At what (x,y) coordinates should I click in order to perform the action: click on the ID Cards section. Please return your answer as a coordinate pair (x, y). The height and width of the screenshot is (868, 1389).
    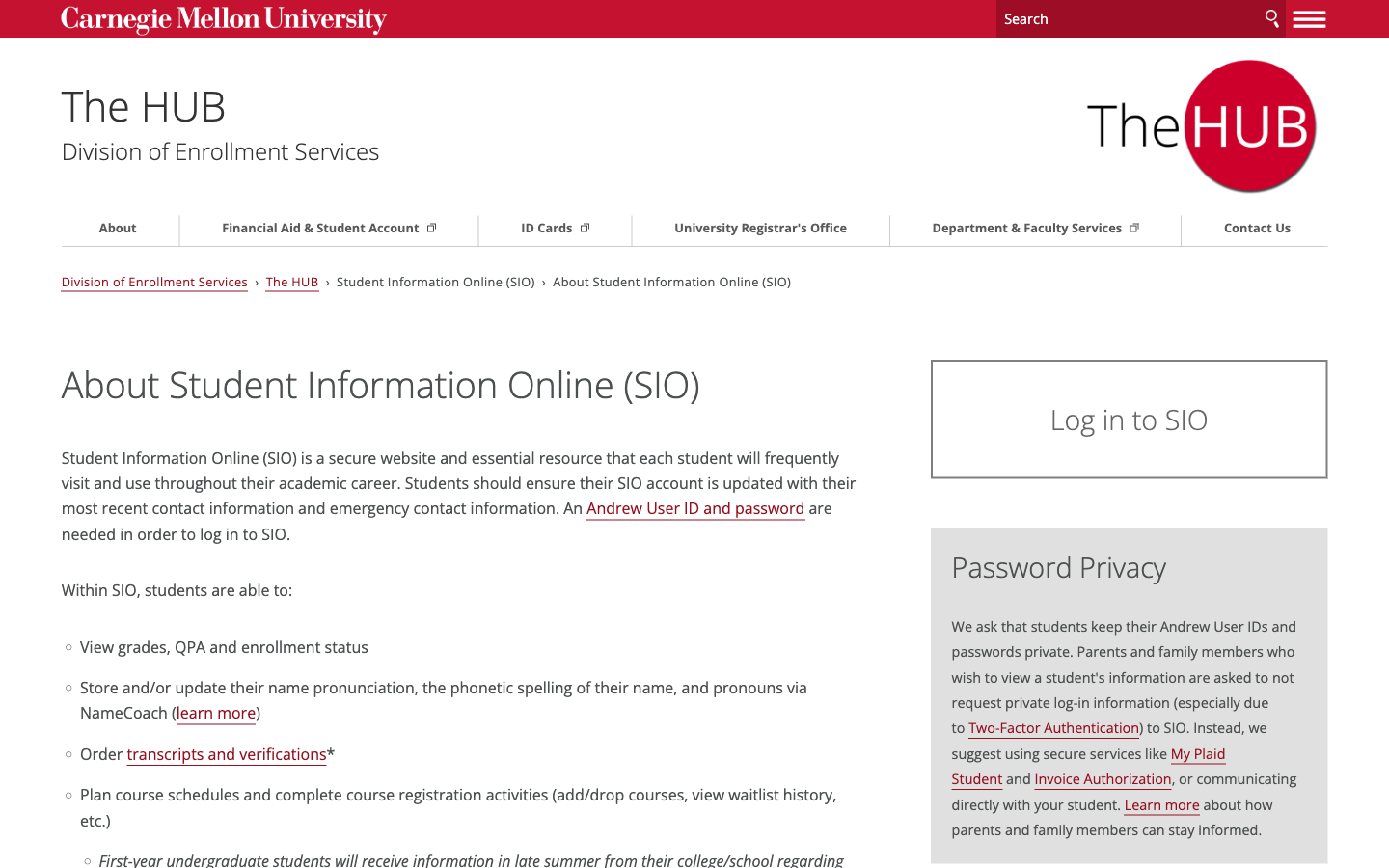
    Looking at the image, I should click on (563, 227).